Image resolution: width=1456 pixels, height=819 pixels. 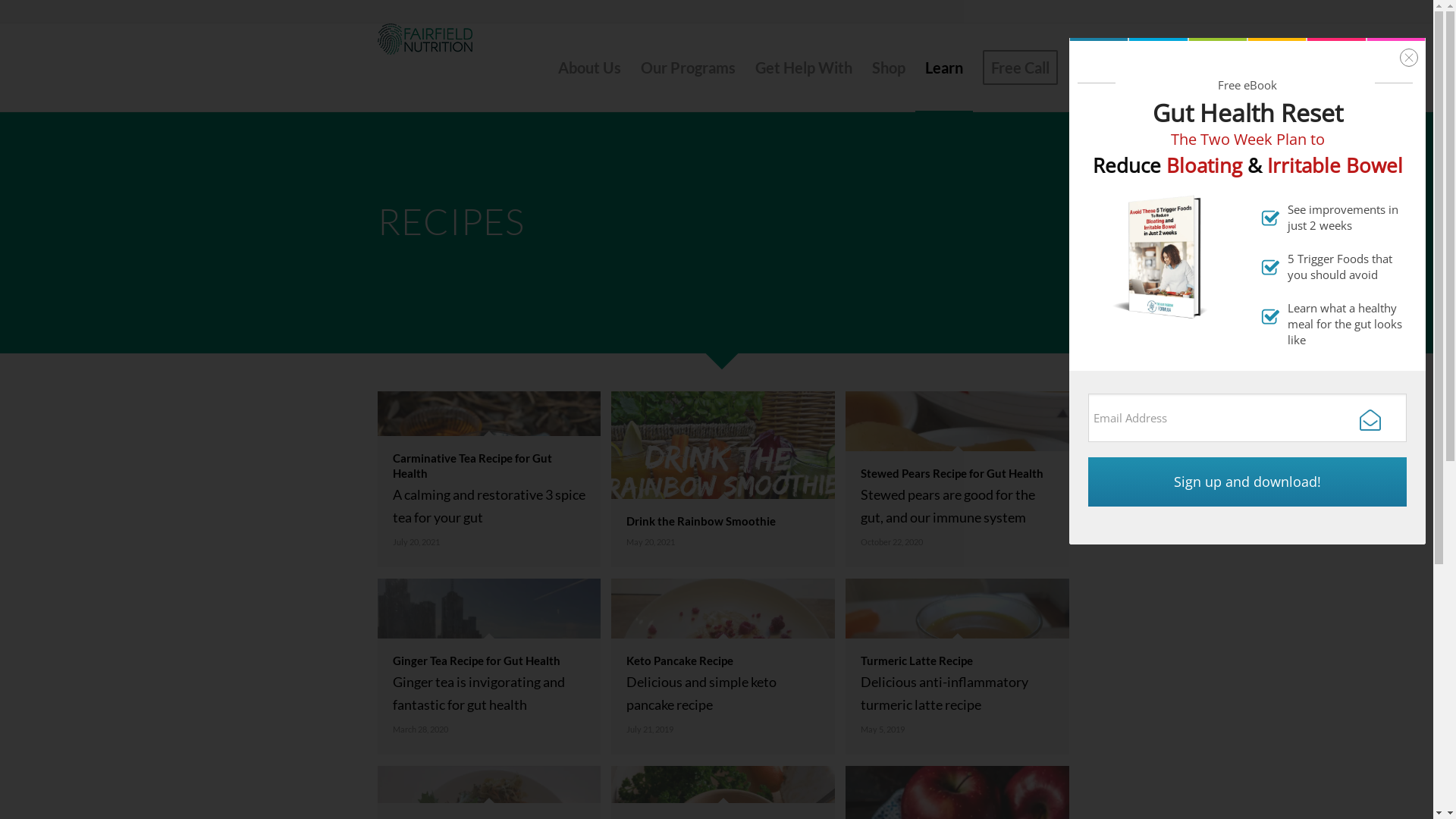 I want to click on 'Sign up and download!', so click(x=1247, y=482).